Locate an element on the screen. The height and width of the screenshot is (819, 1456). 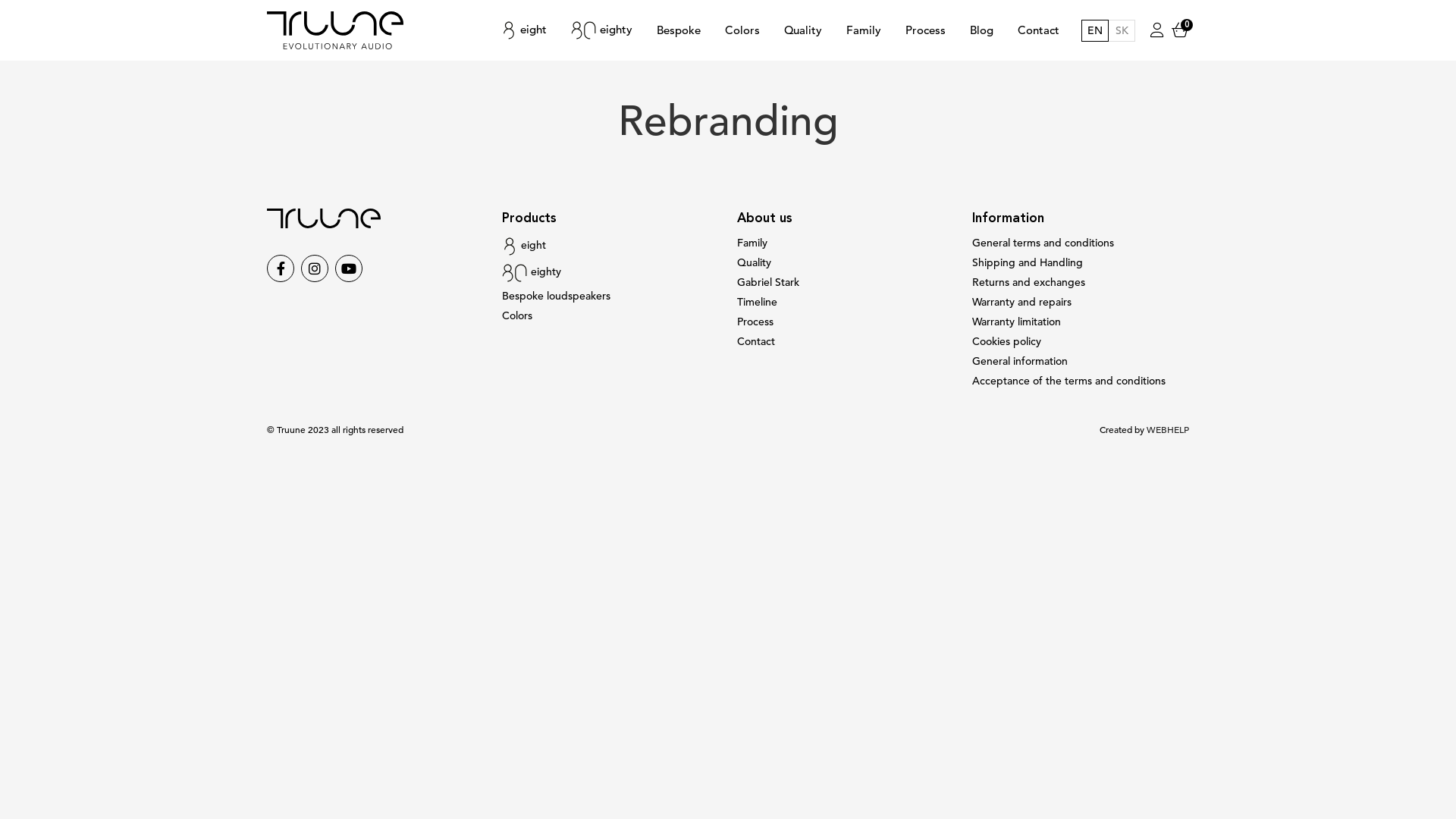
'Blog' is located at coordinates (981, 30).